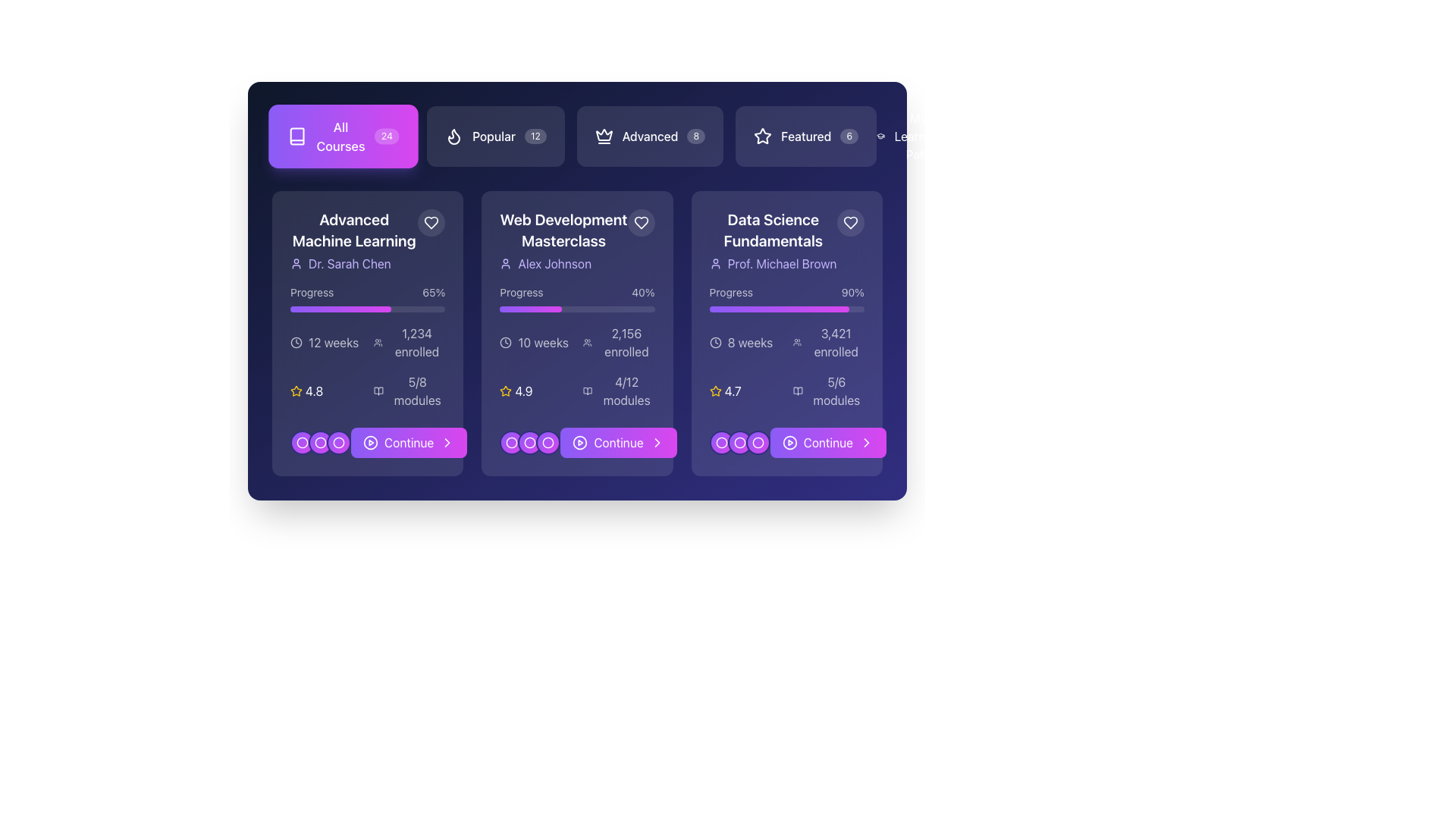 Image resolution: width=1456 pixels, height=819 pixels. Describe the element at coordinates (563, 231) in the screenshot. I see `the text element styled with extra large, bold, white font that reads 'Web Development Masterclass', located at the top-left of its dark background card, which is the second card from the left` at that location.